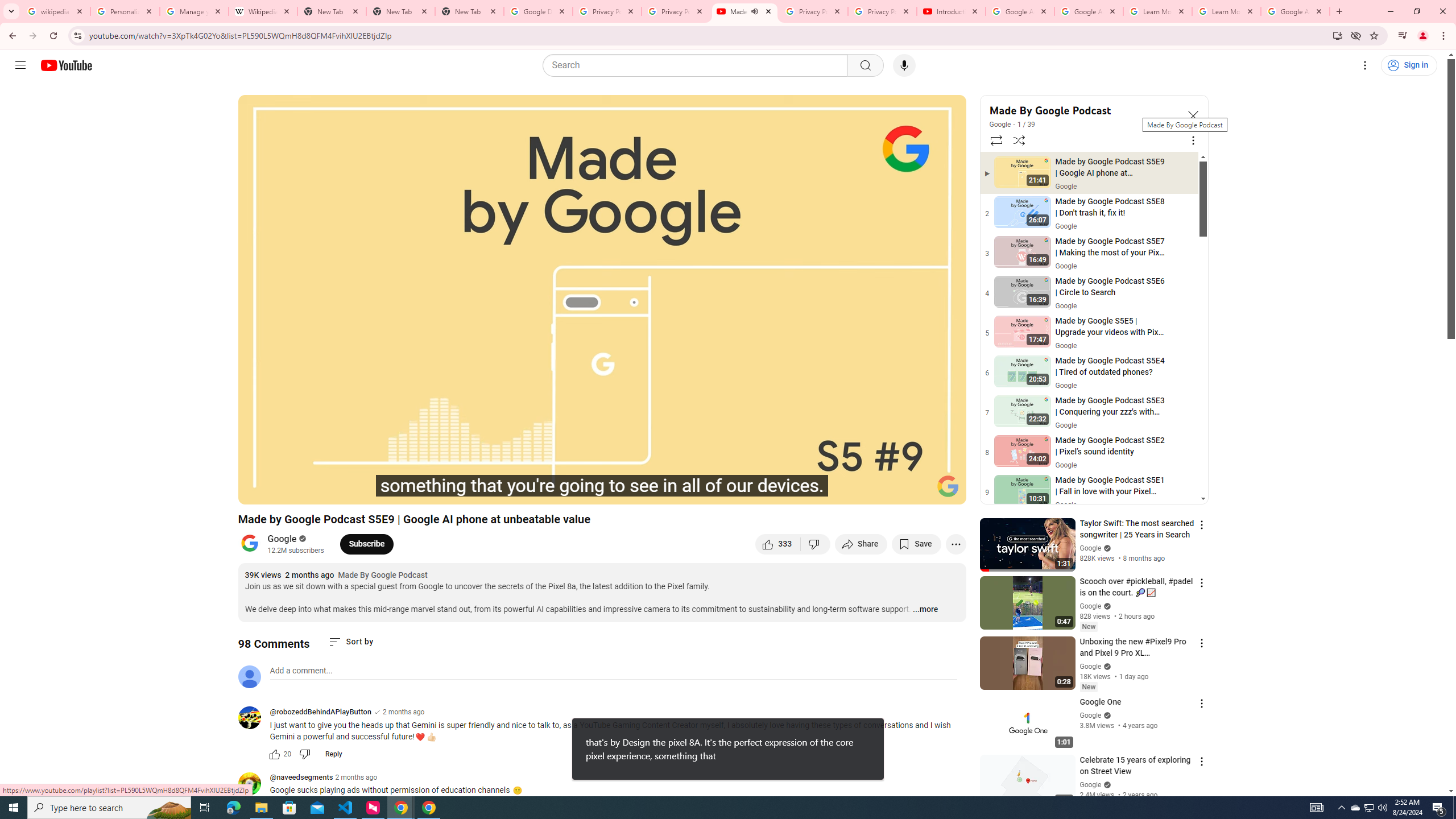 The height and width of the screenshot is (819, 1456). Describe the element at coordinates (816, 543) in the screenshot. I see `'Dislike this video'` at that location.